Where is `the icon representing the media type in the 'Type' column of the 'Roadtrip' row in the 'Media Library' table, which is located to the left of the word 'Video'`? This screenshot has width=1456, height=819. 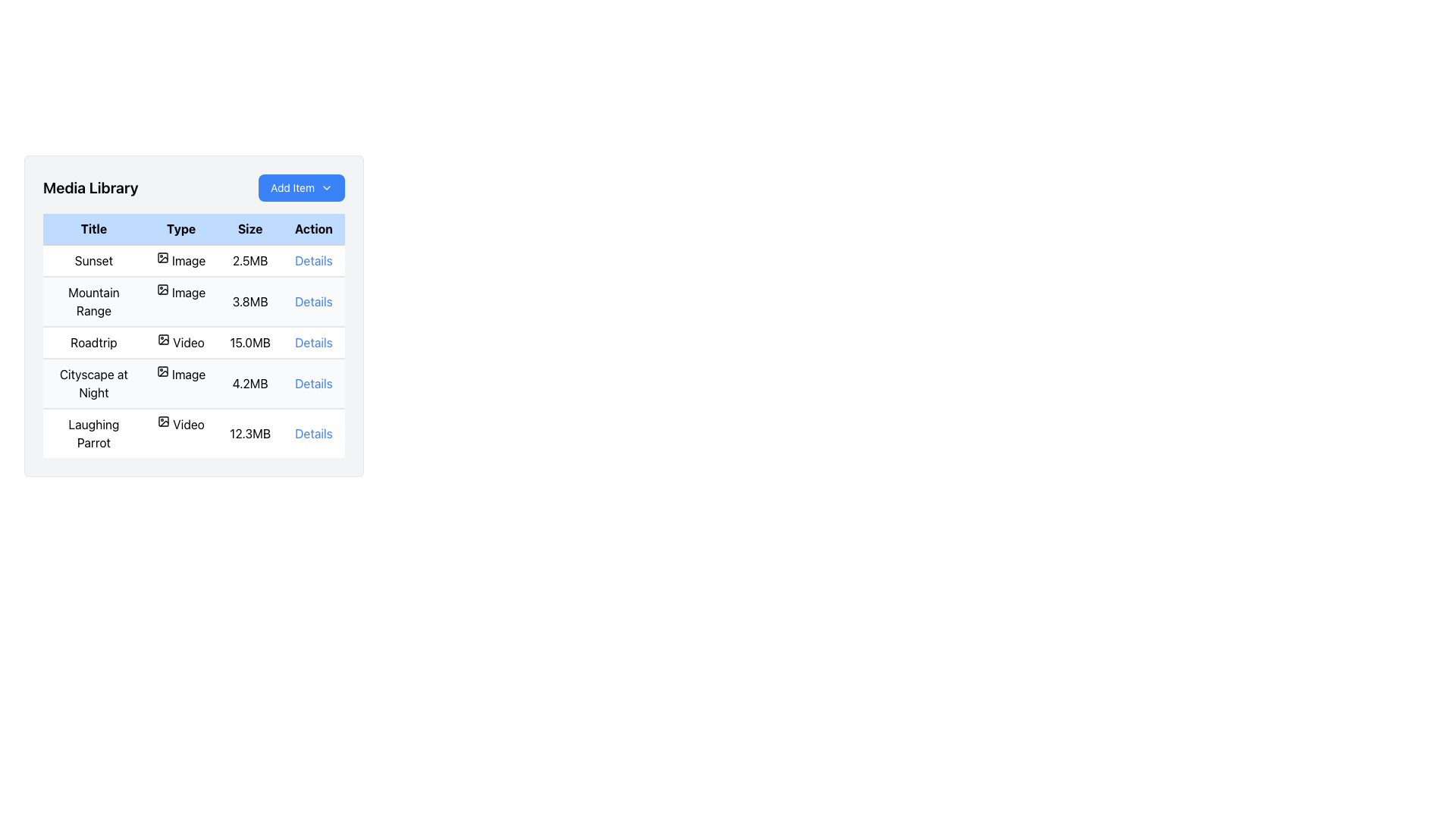 the icon representing the media type in the 'Type' column of the 'Roadtrip' row in the 'Media Library' table, which is located to the left of the word 'Video' is located at coordinates (164, 338).